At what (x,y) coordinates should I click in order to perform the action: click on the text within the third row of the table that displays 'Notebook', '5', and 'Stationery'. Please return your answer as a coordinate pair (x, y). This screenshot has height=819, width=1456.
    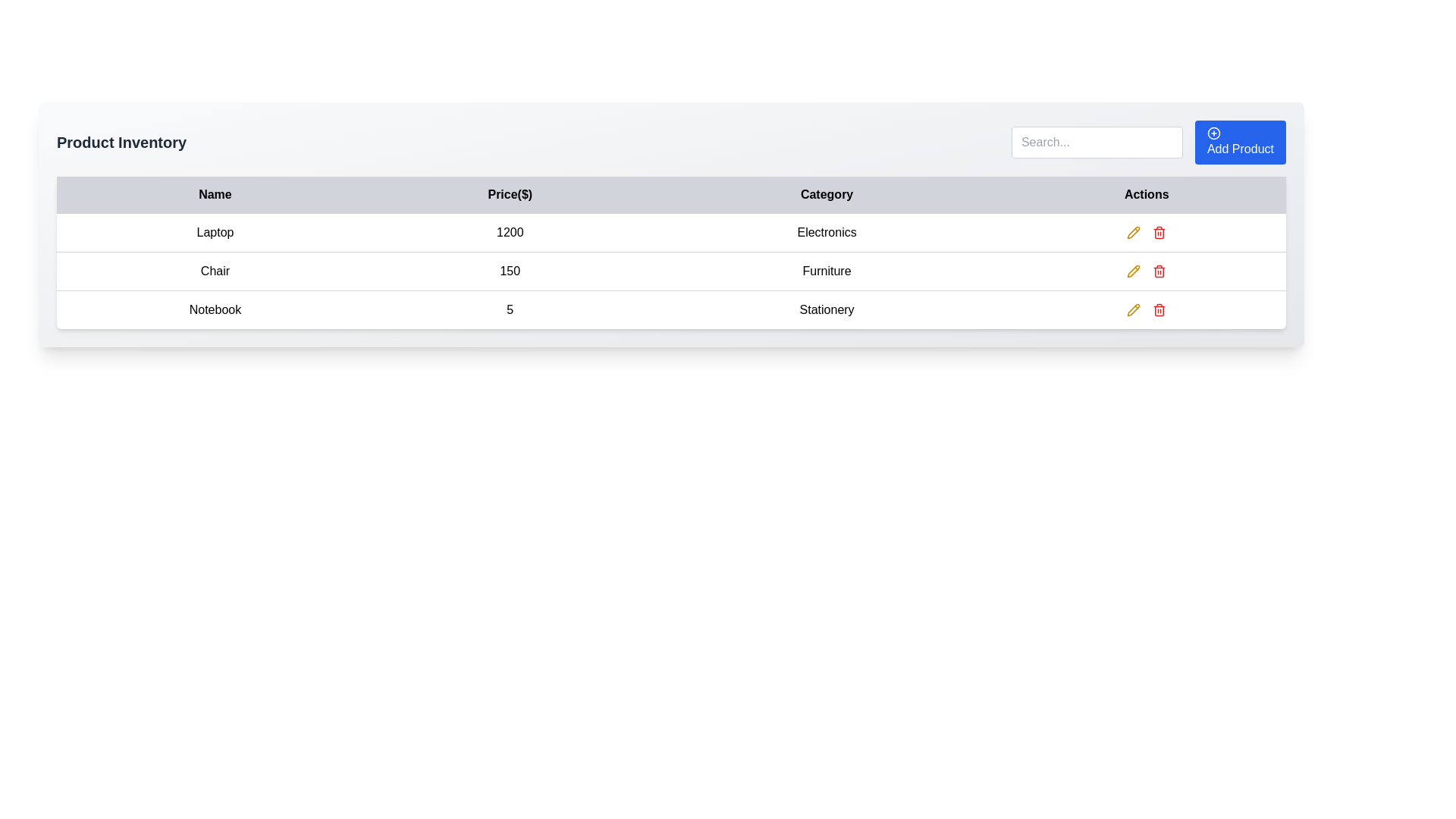
    Looking at the image, I should click on (670, 309).